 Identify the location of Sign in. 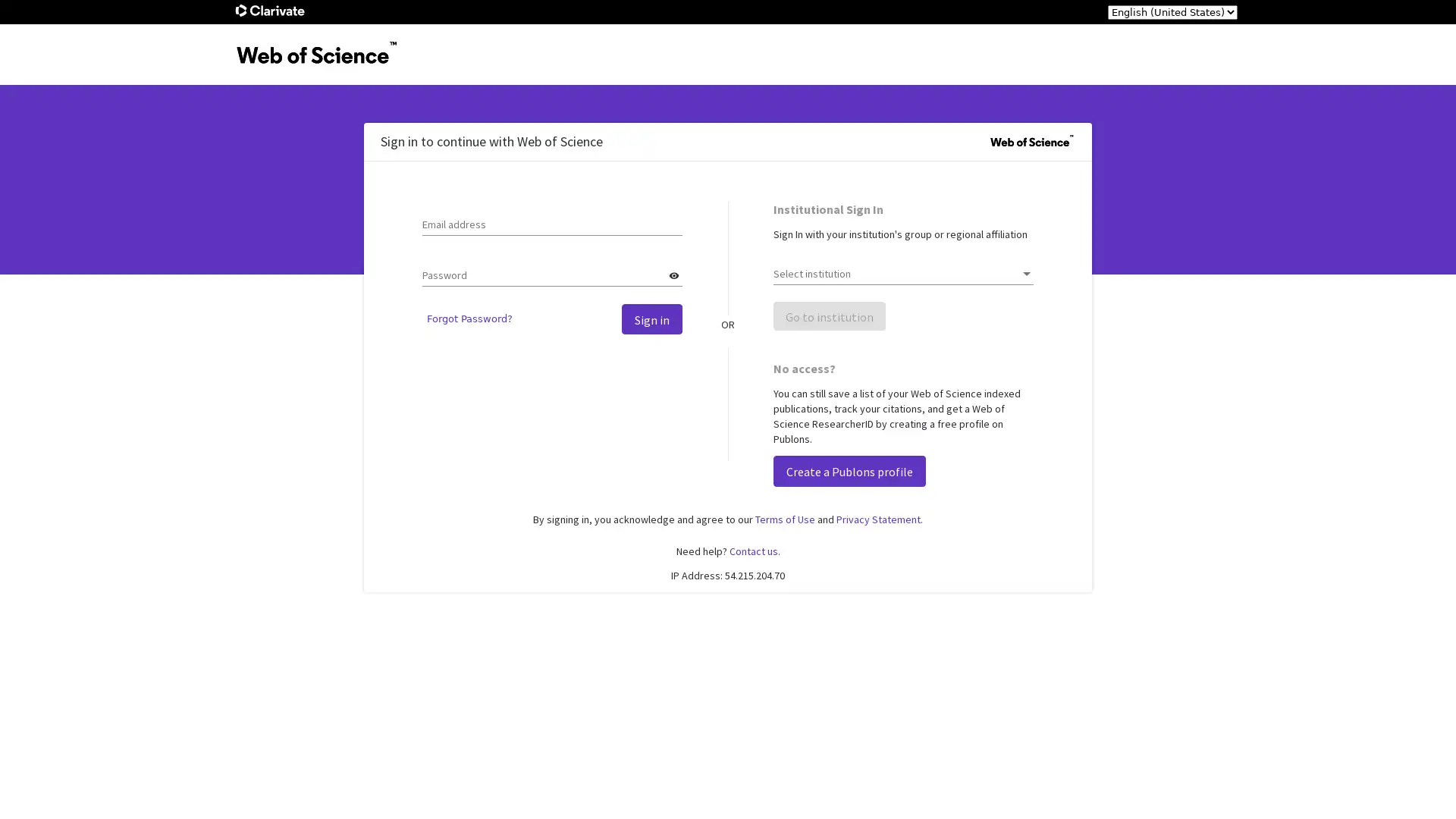
(651, 318).